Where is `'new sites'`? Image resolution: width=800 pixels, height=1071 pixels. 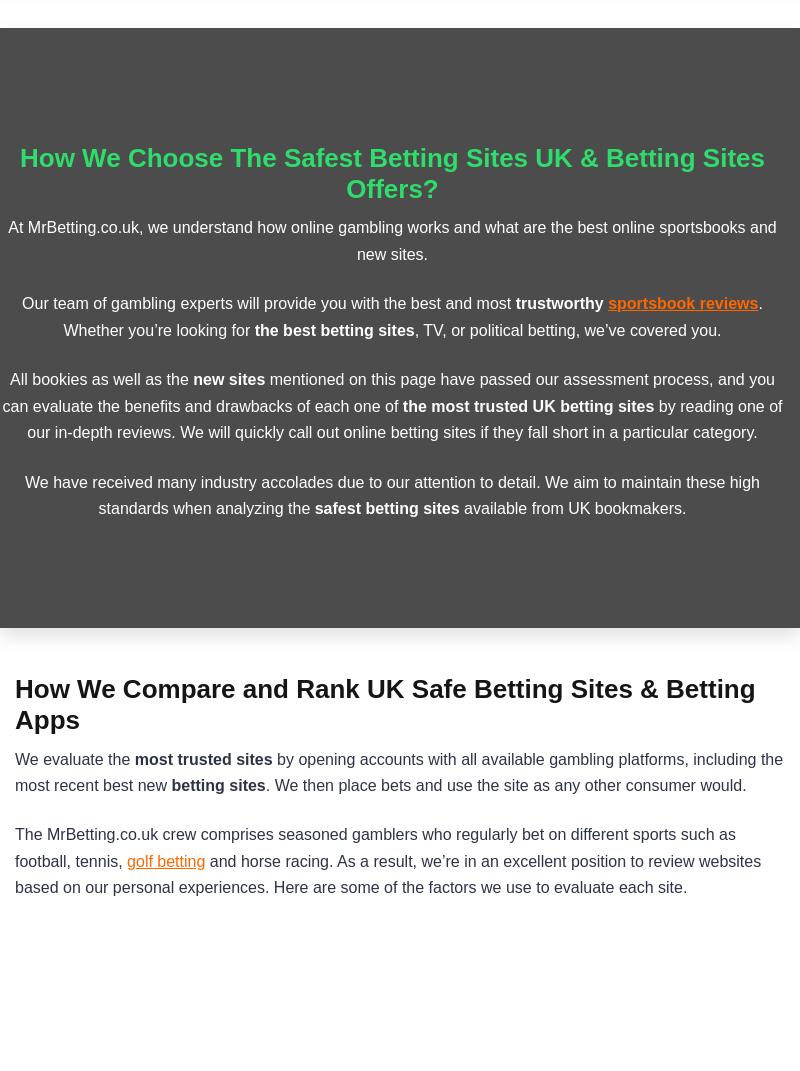 'new sites' is located at coordinates (229, 378).